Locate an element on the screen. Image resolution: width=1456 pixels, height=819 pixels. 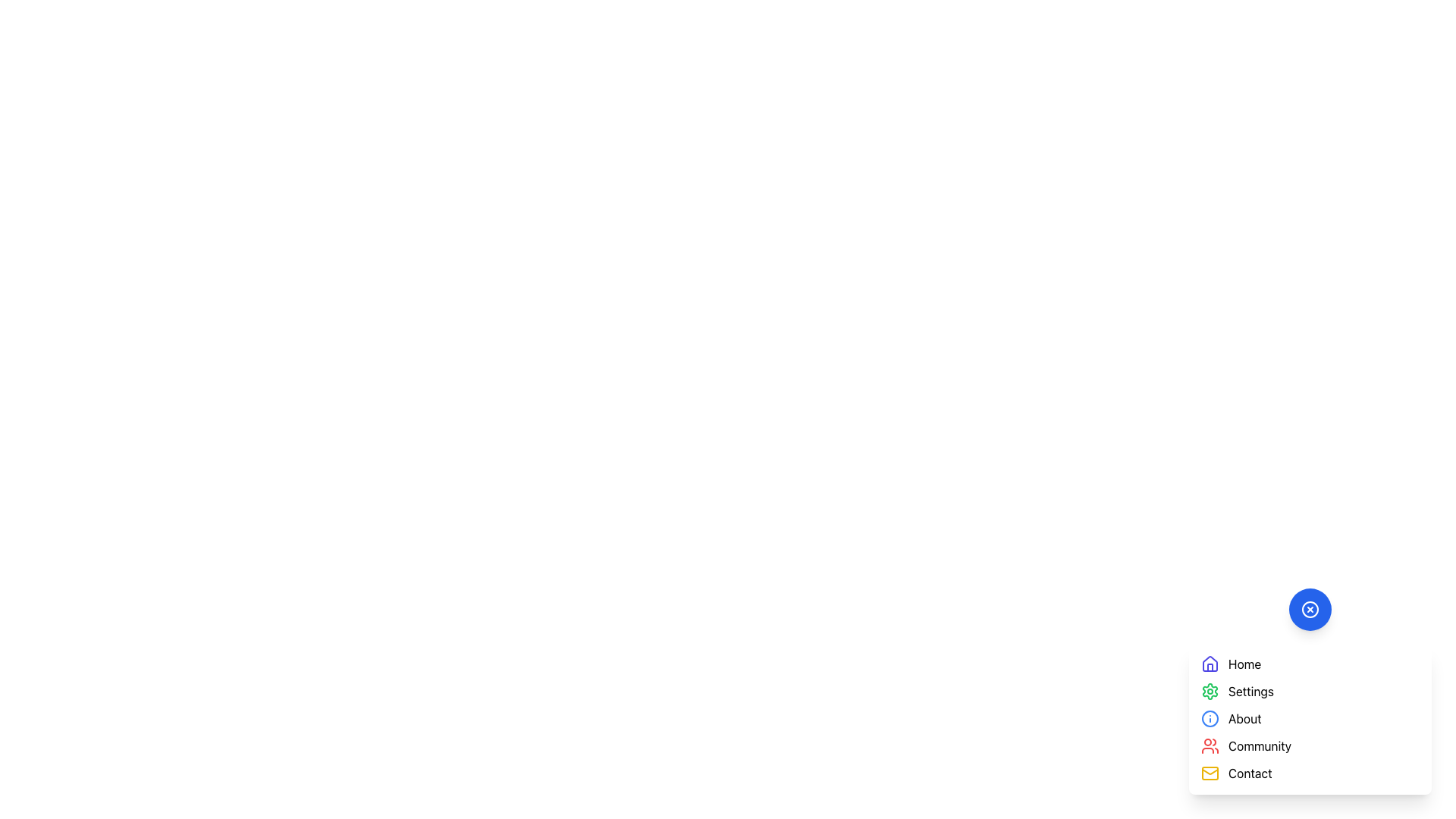
the descriptive text label for community features, located between the 'About' and 'Contact' options in the menu stack is located at coordinates (1260, 745).